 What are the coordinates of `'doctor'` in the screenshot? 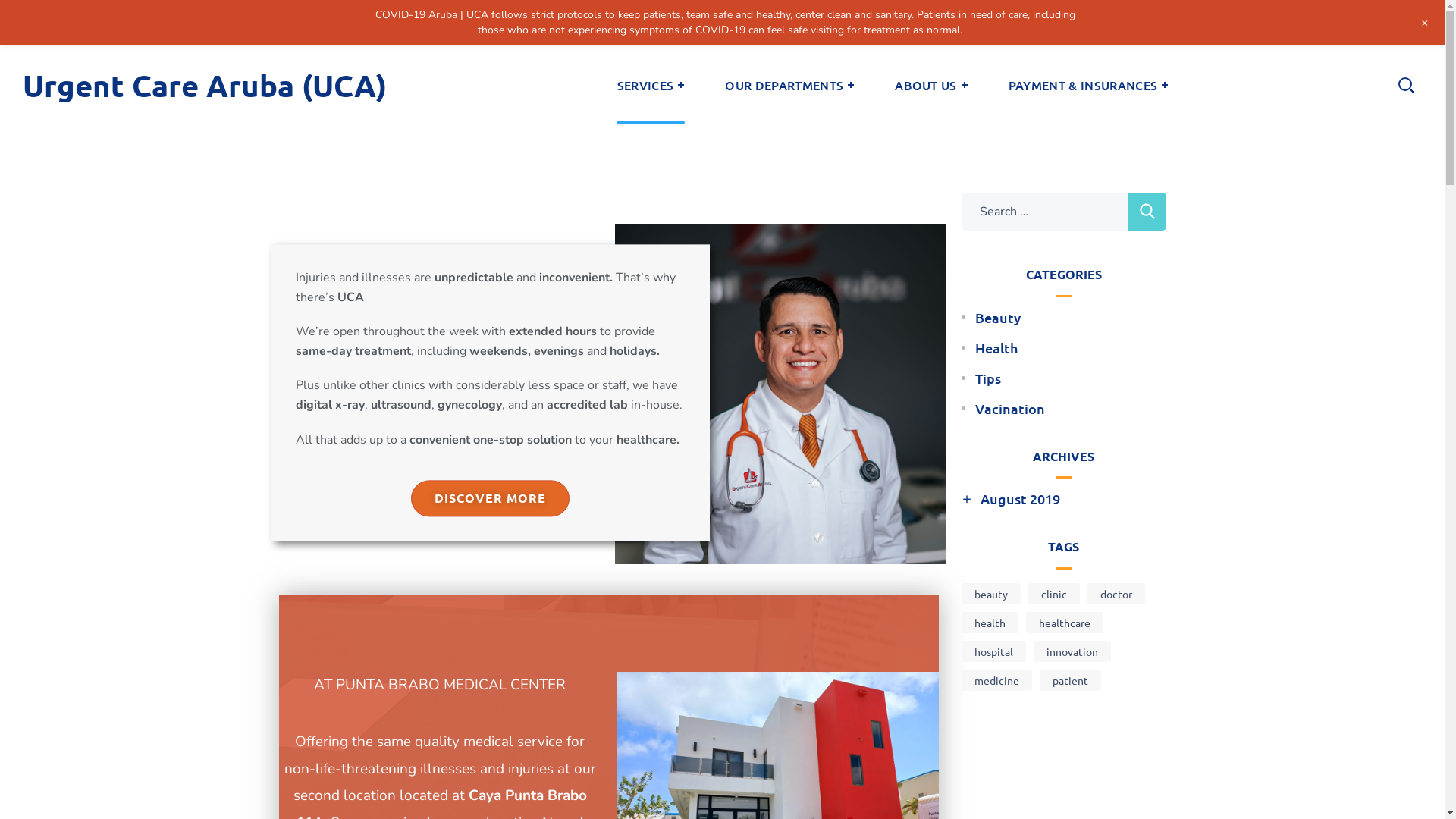 It's located at (1116, 593).